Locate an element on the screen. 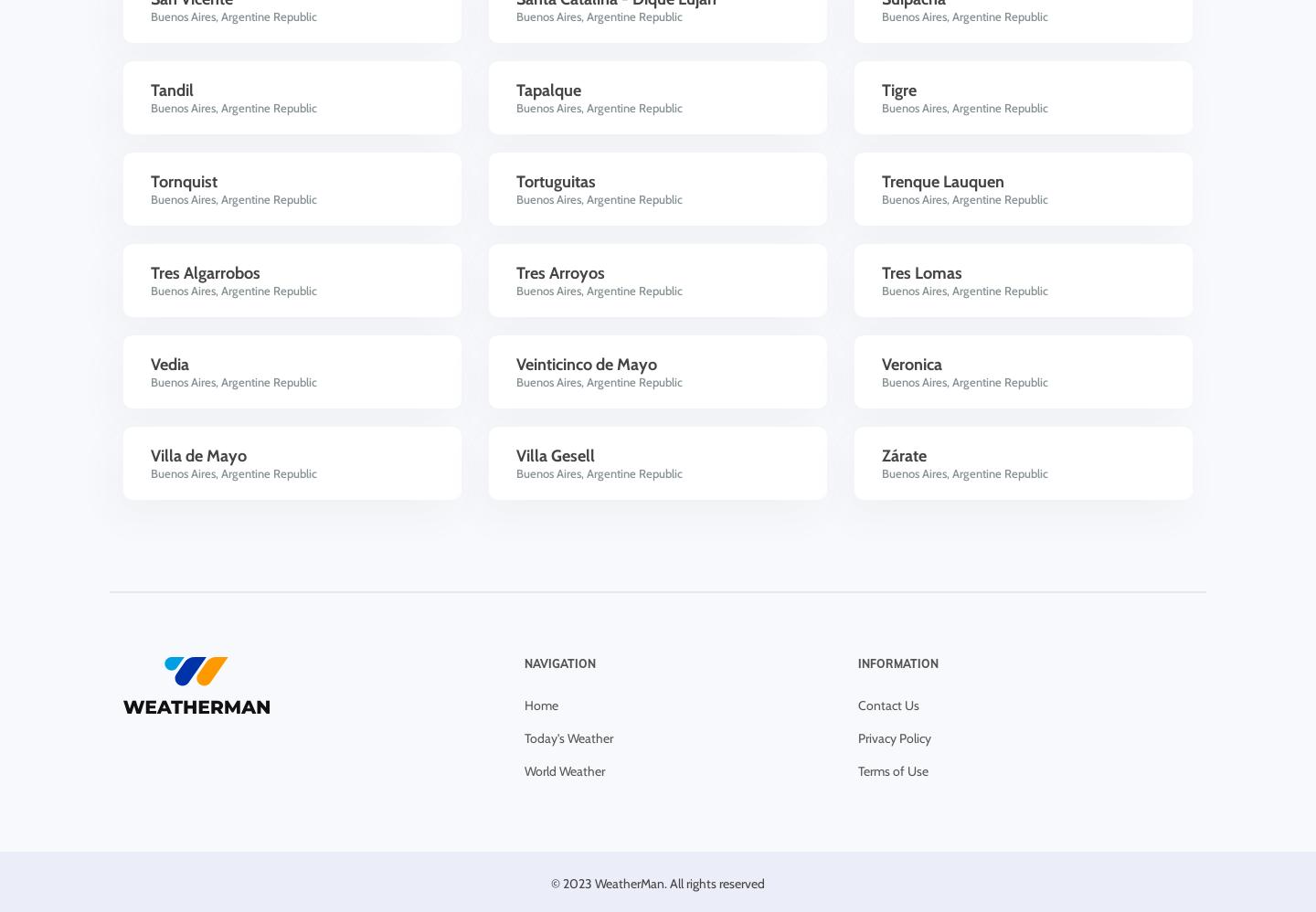  'Villa Gesell' is located at coordinates (553, 454).